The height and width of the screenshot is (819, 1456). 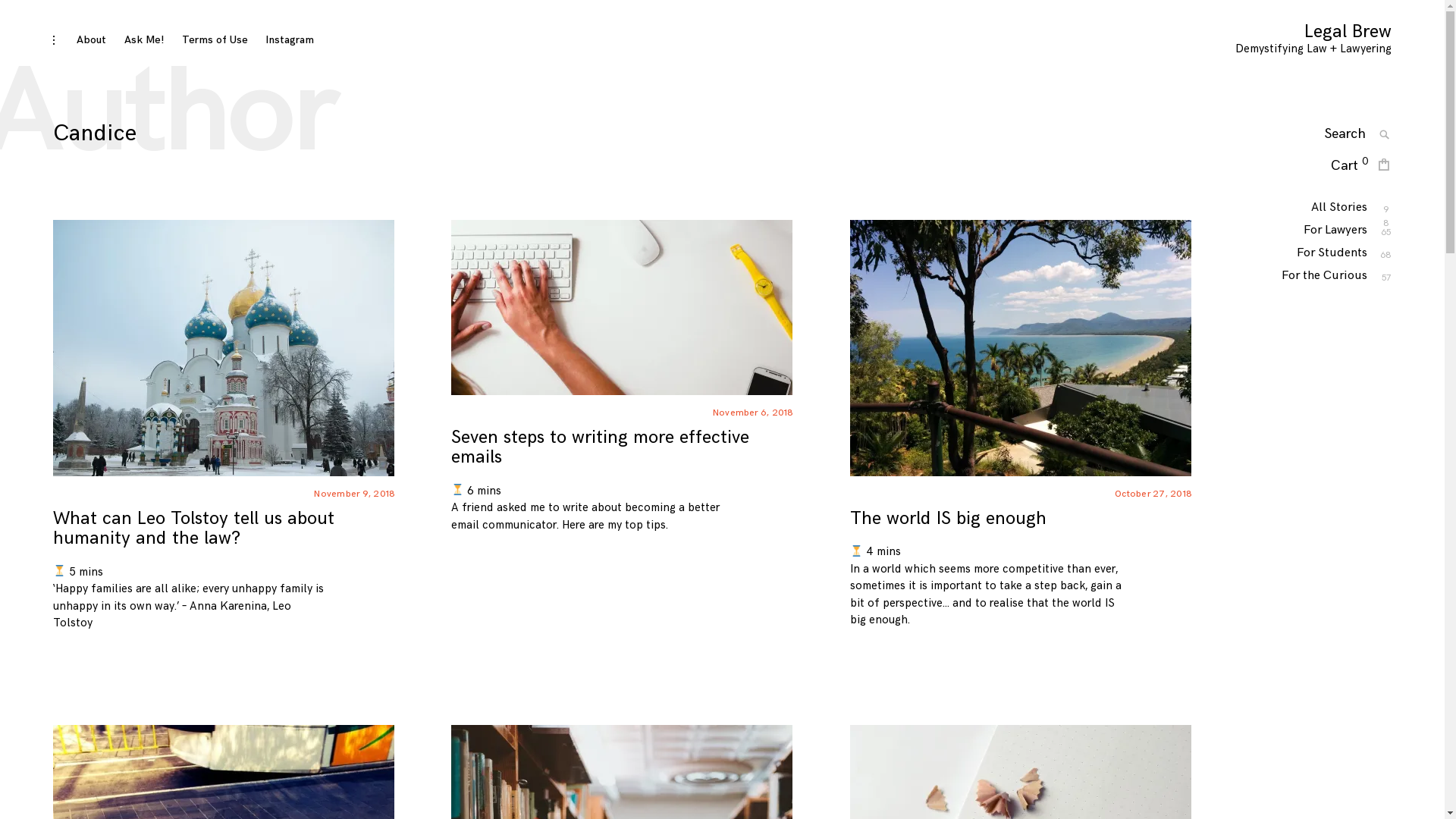 What do you see at coordinates (54, 40) in the screenshot?
I see `'toggle open/close sidebar'` at bounding box center [54, 40].